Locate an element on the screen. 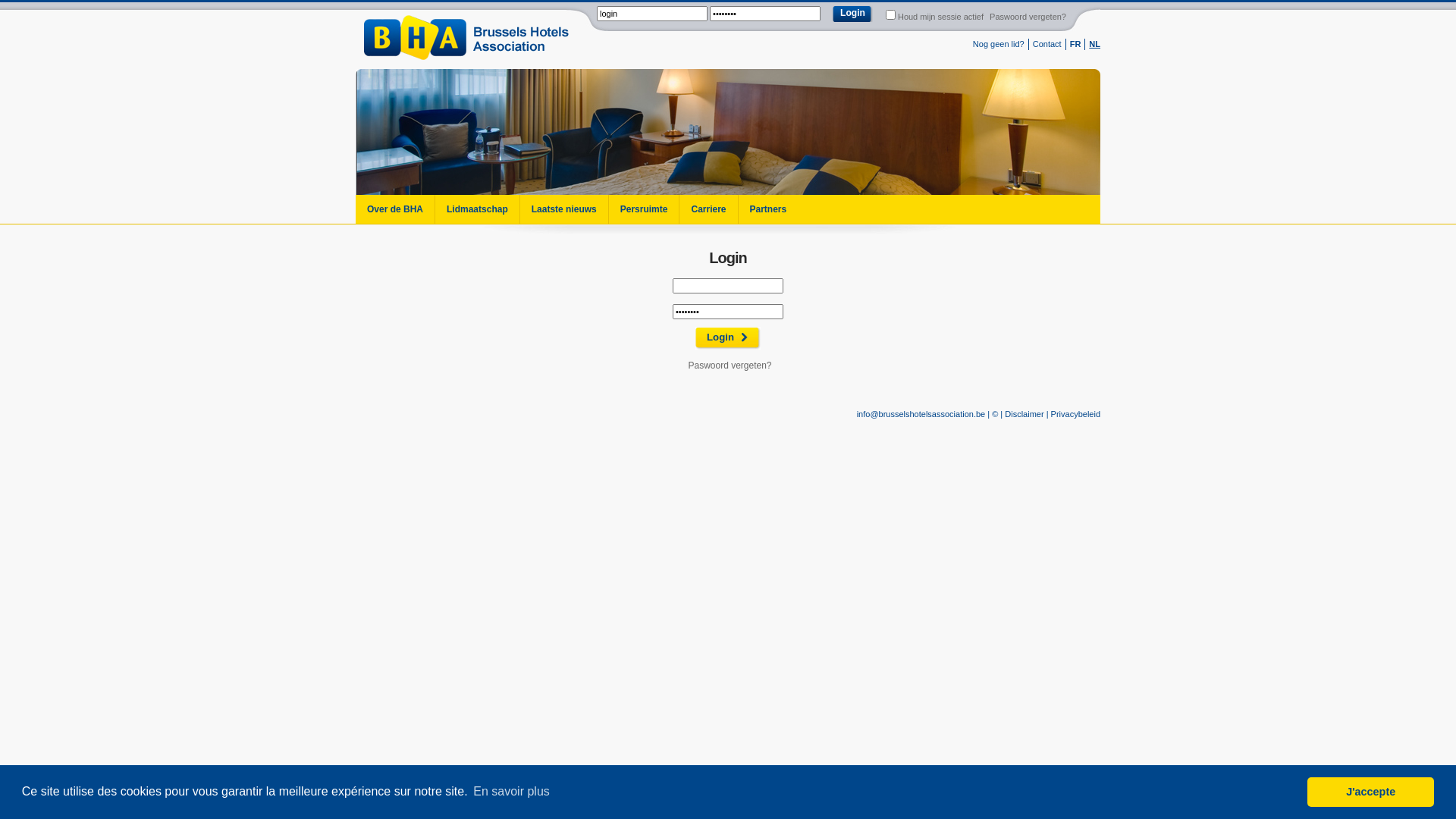  'Lidmaatschap' is located at coordinates (475, 209).